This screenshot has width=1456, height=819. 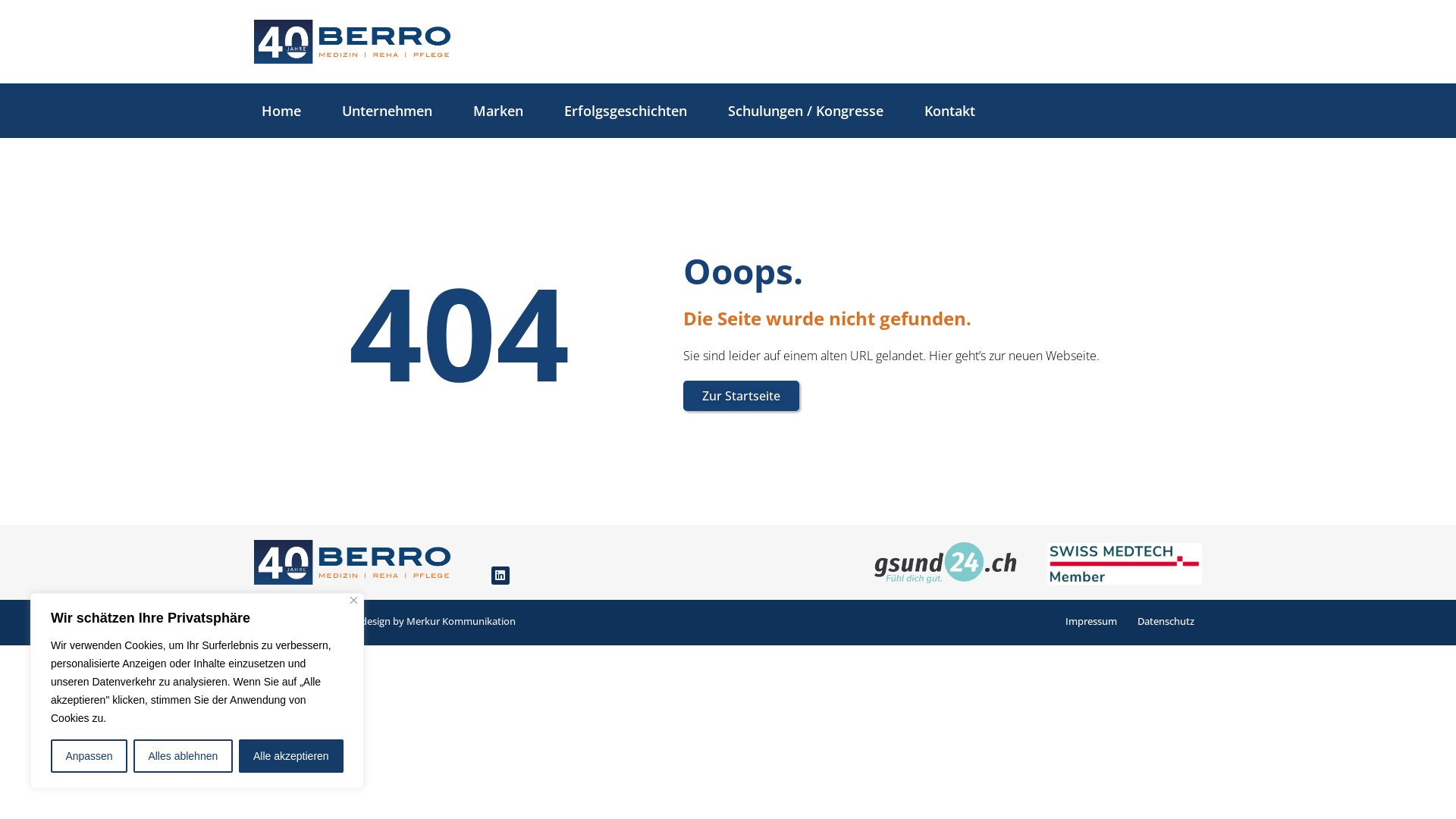 I want to click on 'Kontakt', so click(x=949, y=110).